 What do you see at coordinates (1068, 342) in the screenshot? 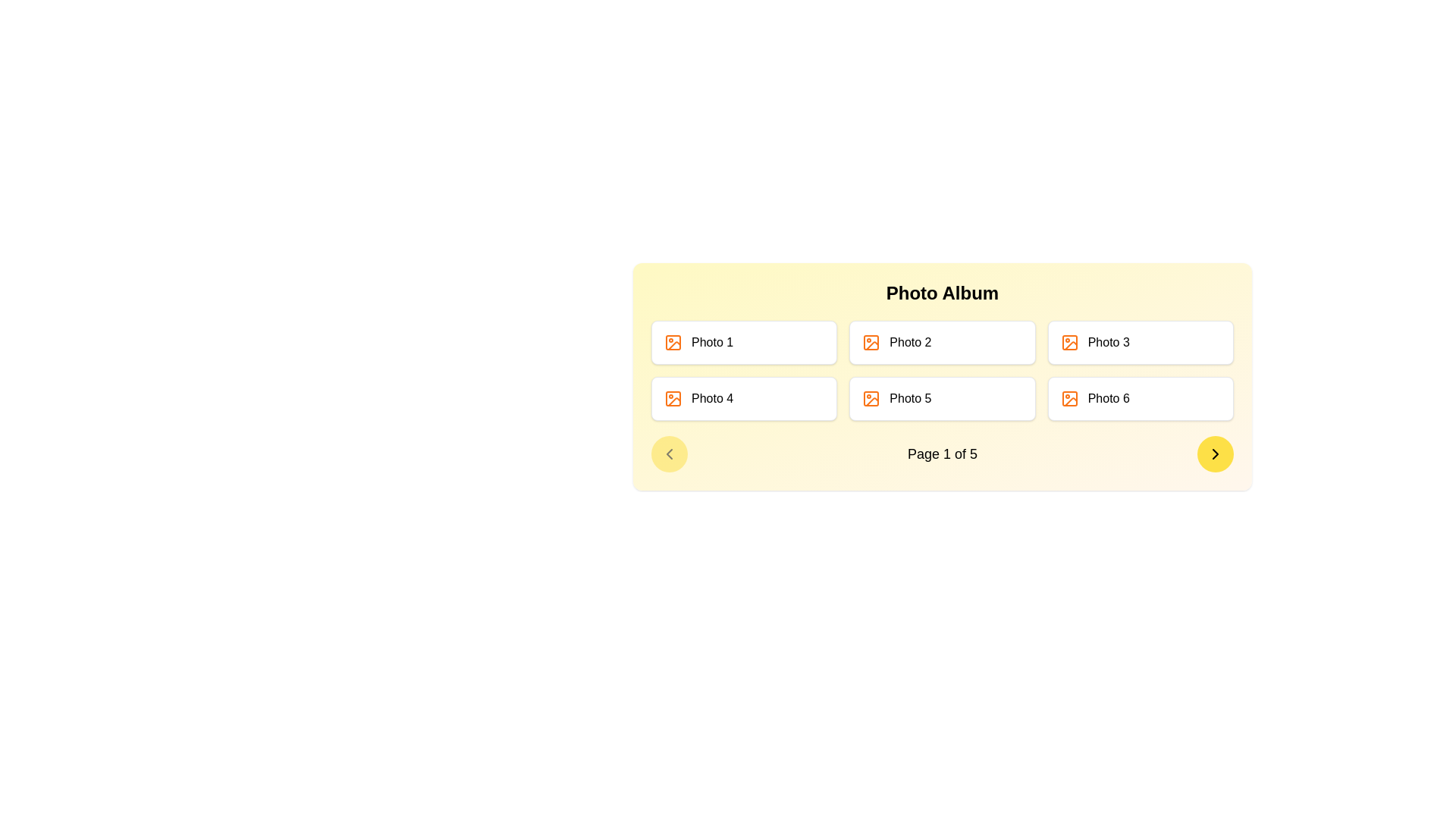
I see `the icon indicating an image or photo within the 'Photo 3' card located in the top-right area of the multi-card layout for interaction` at bounding box center [1068, 342].